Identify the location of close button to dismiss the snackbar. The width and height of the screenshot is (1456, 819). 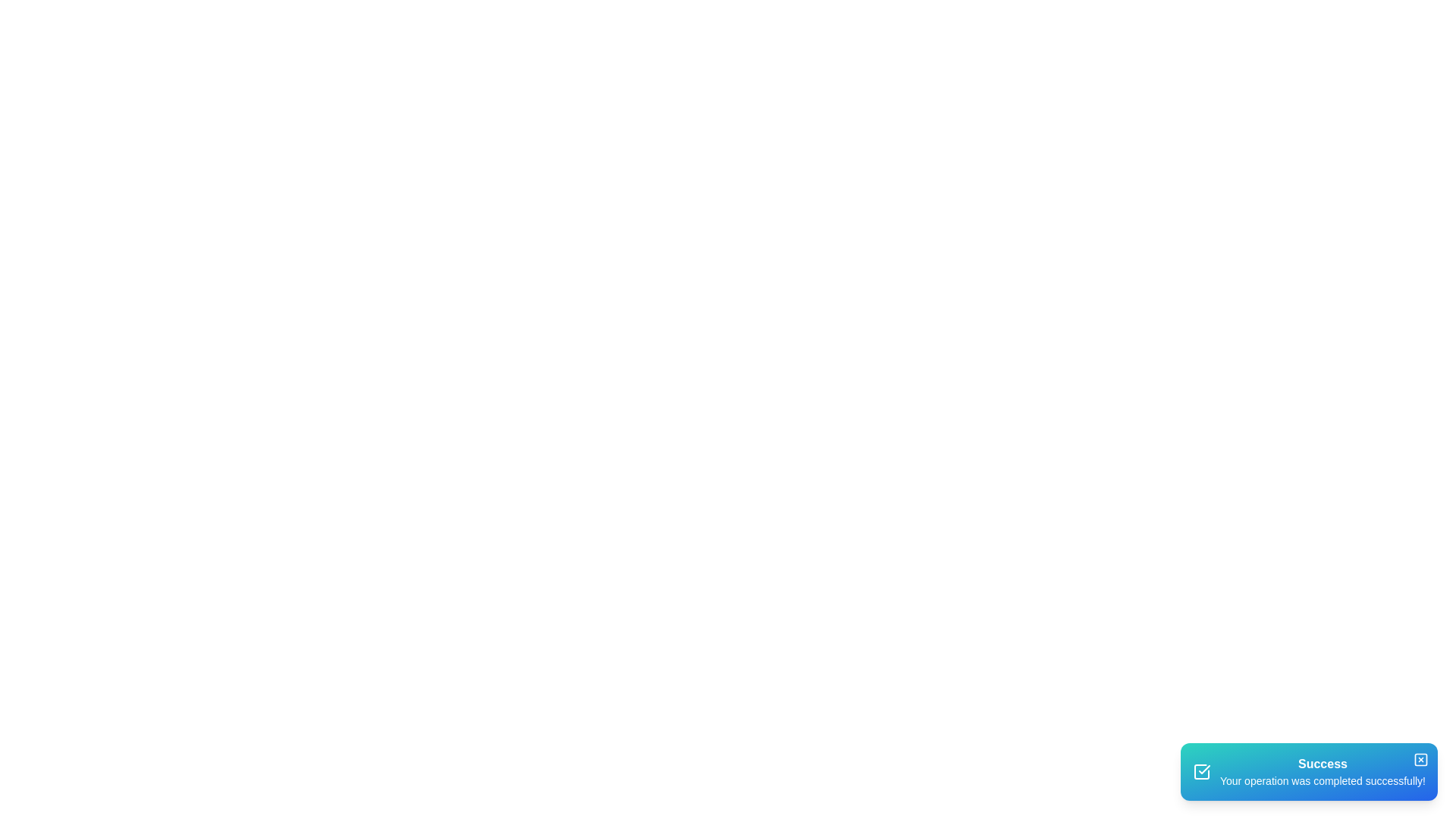
(1420, 760).